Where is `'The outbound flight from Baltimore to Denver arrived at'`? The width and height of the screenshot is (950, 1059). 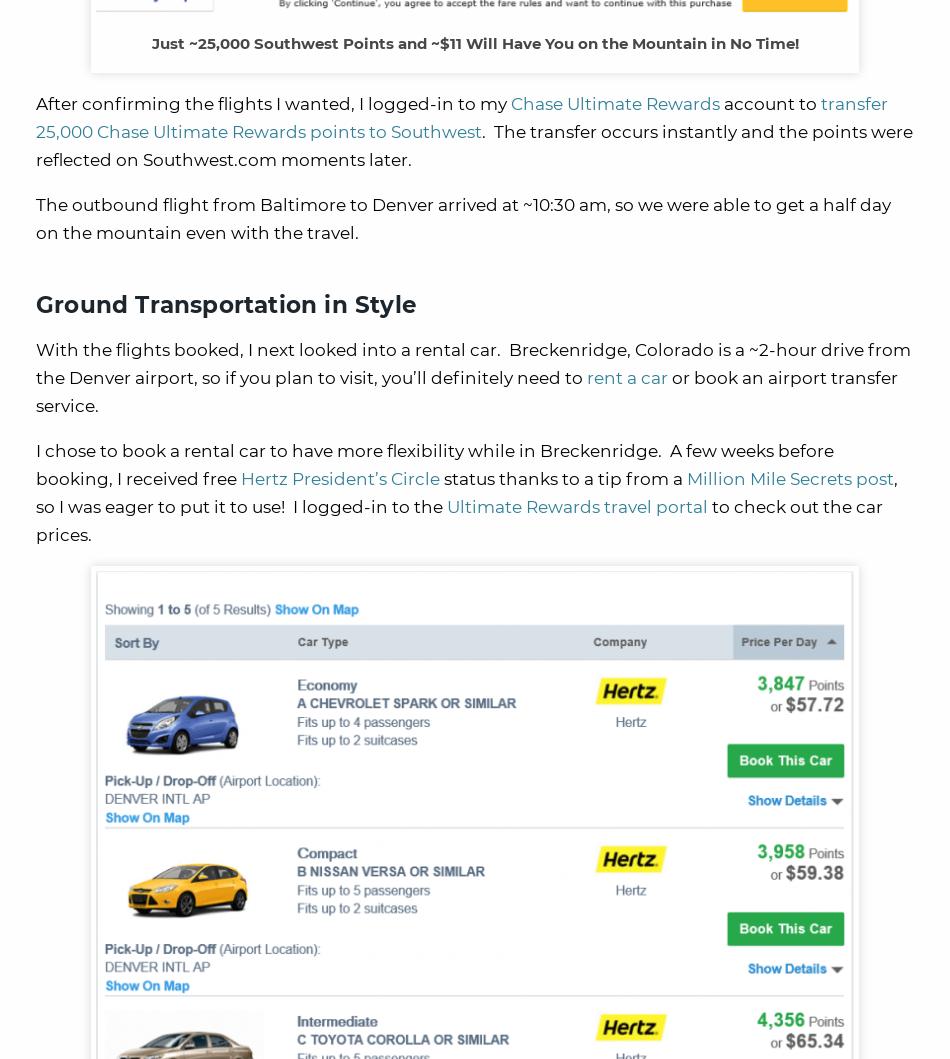 'The outbound flight from Baltimore to Denver arrived at' is located at coordinates (278, 202).